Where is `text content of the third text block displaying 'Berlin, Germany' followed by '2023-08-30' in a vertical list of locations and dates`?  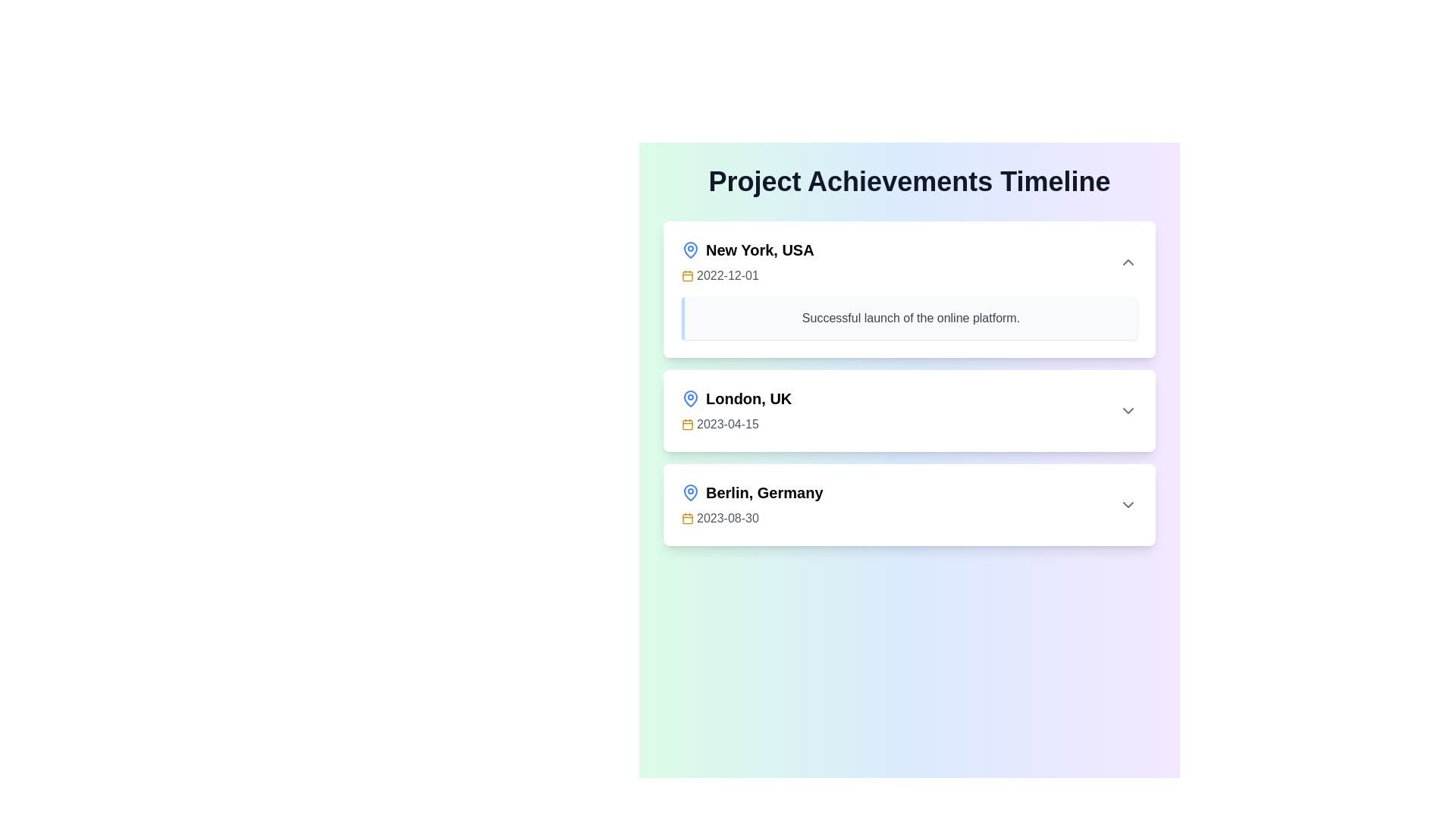
text content of the third text block displaying 'Berlin, Germany' followed by '2023-08-30' in a vertical list of locations and dates is located at coordinates (752, 505).